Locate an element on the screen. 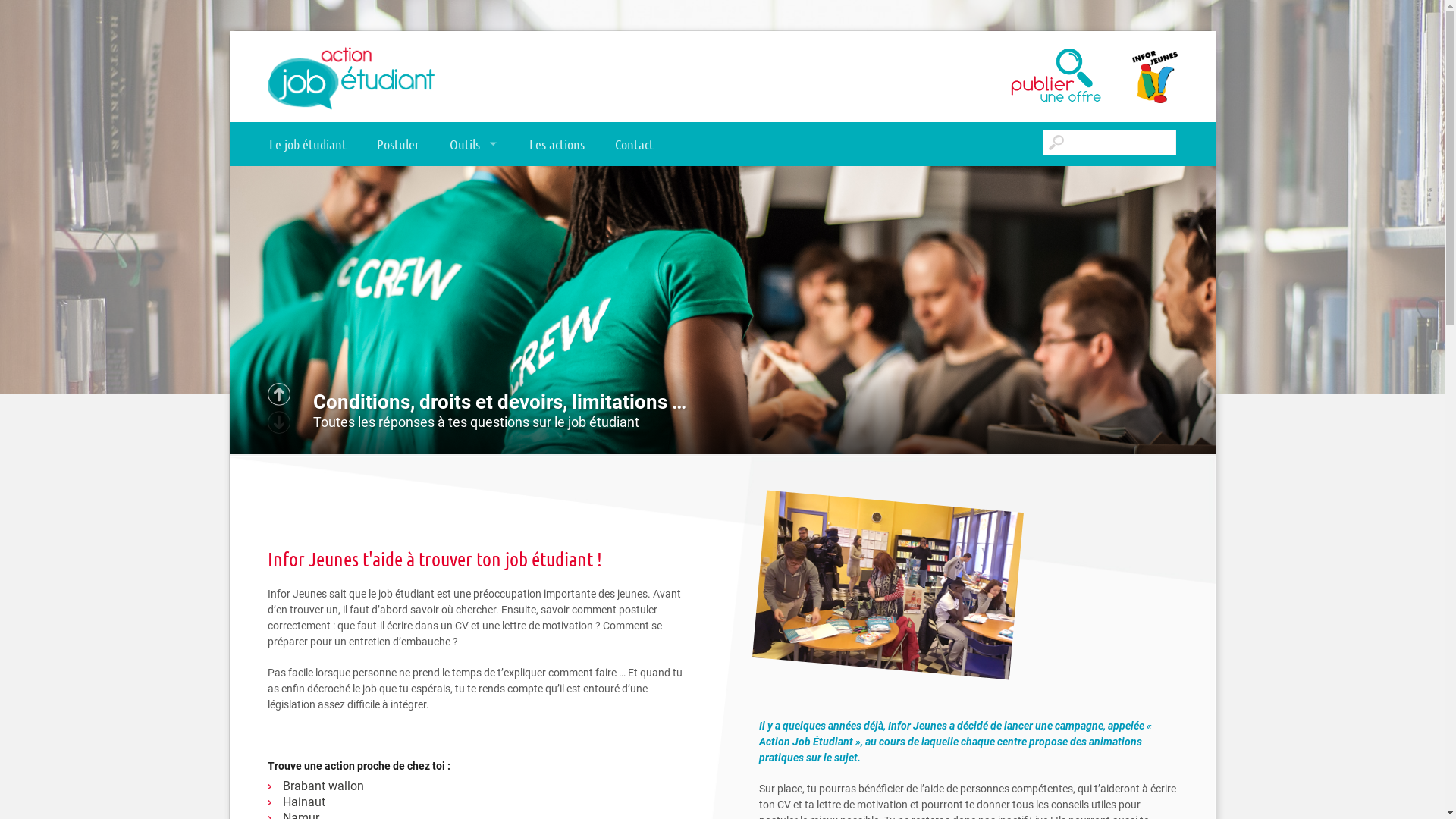 This screenshot has height=819, width=1456. 'Suivant' is located at coordinates (278, 394).